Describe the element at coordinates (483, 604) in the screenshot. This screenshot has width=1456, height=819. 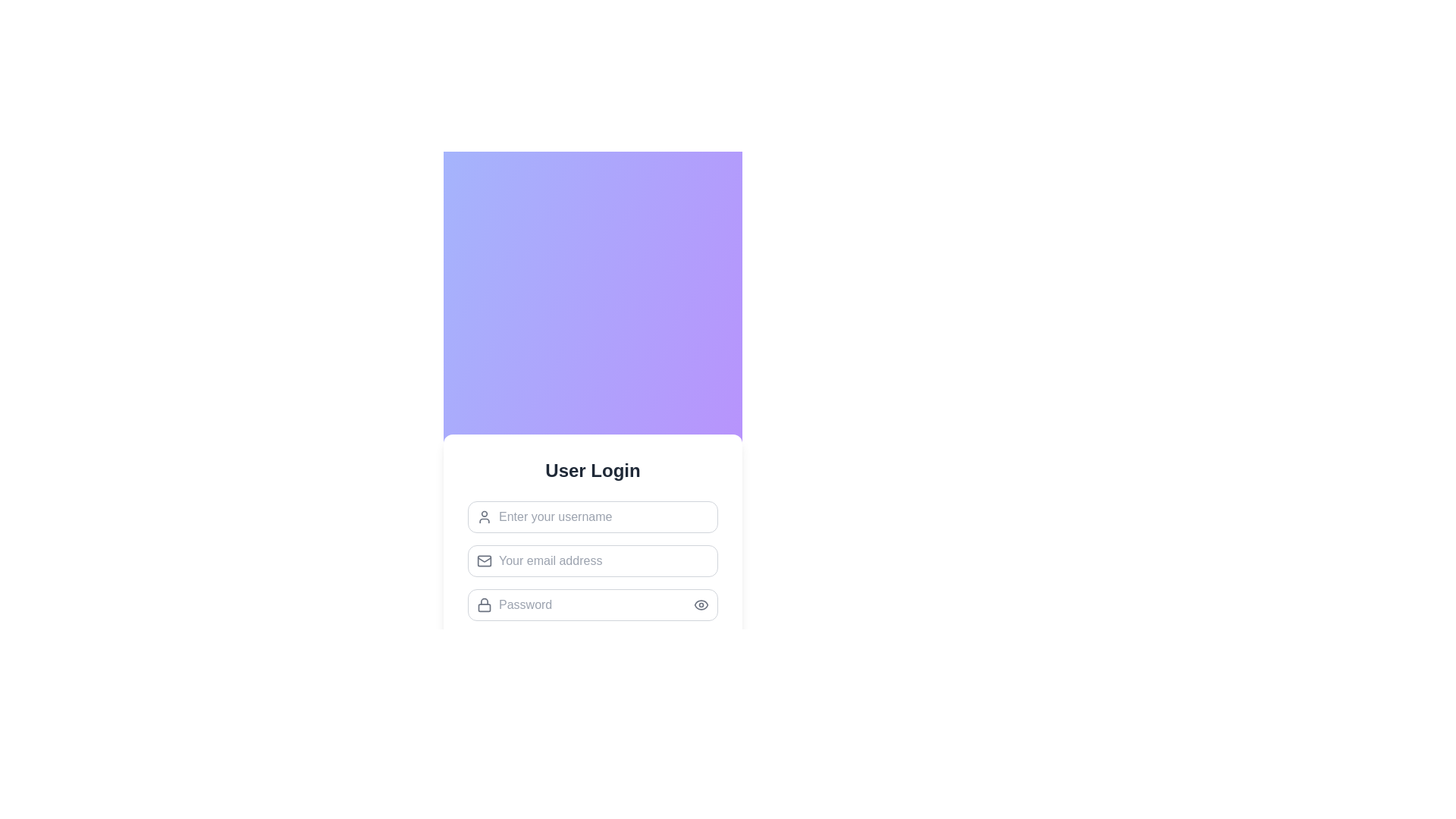
I see `the lock icon, which is a monochrome outline in grey located on the left side of the password field, adjacent to the placeholder text 'Password'` at that location.